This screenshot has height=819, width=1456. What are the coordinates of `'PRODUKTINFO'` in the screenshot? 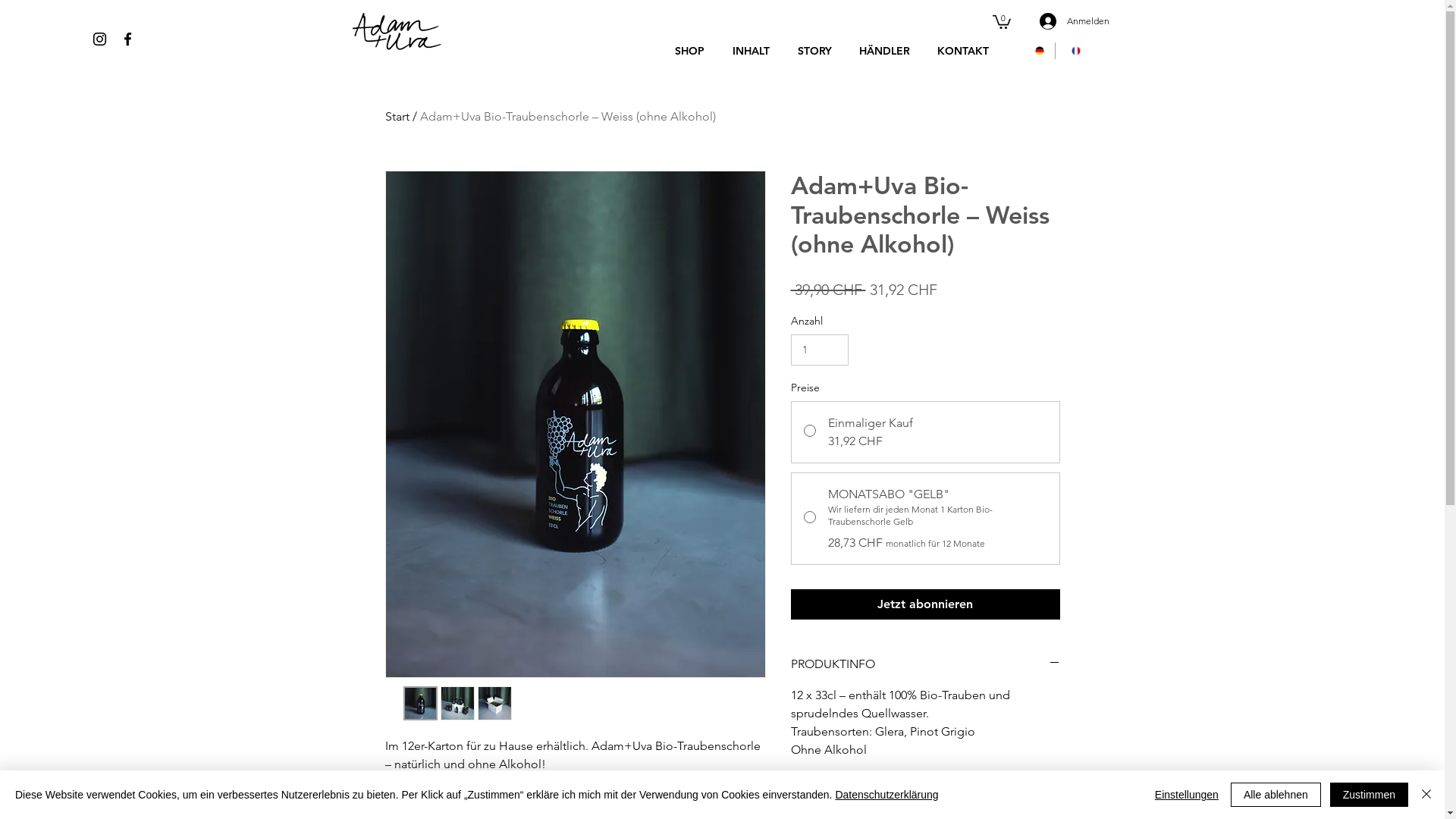 It's located at (789, 663).